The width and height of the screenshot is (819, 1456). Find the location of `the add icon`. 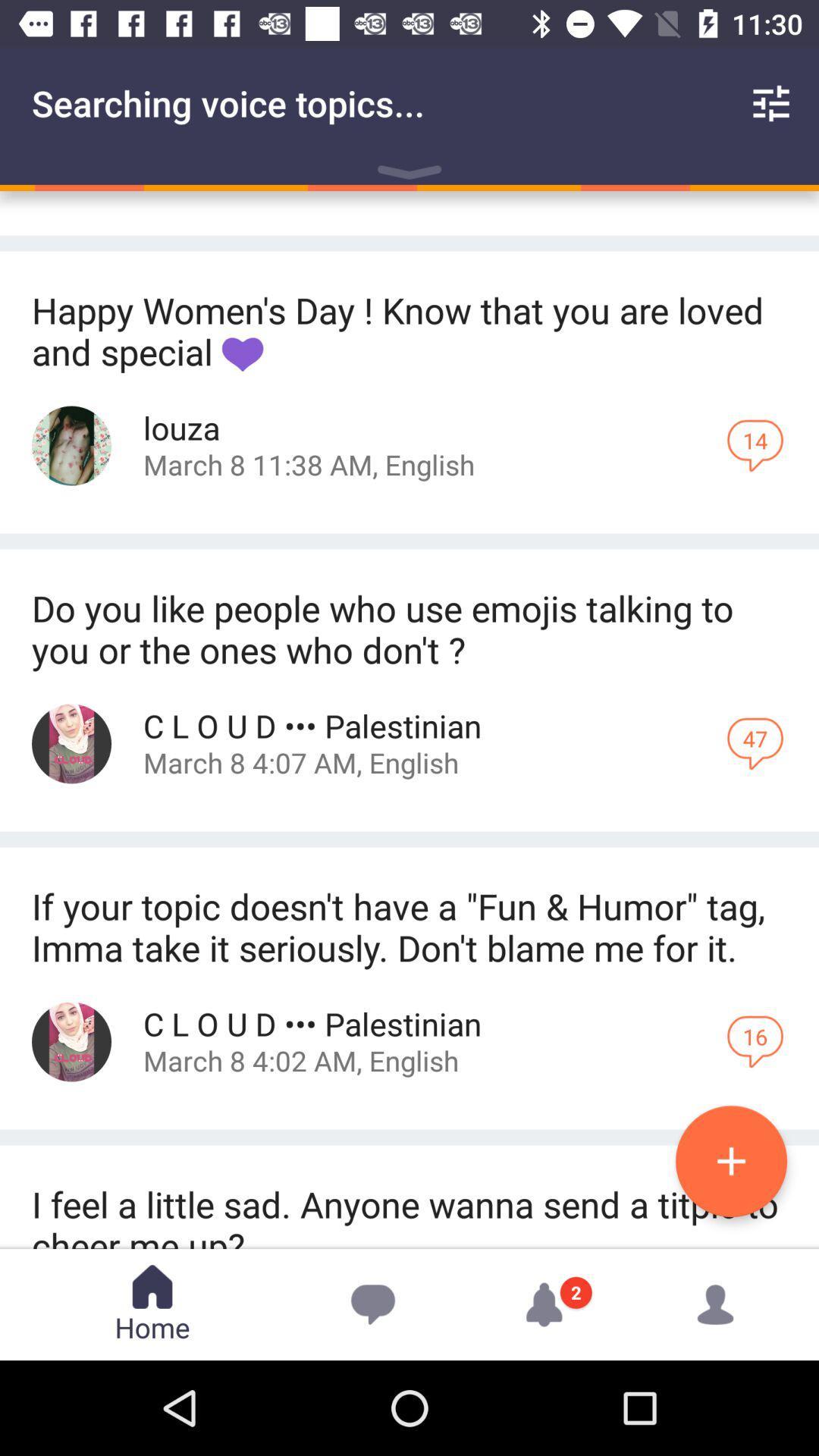

the add icon is located at coordinates (730, 1160).